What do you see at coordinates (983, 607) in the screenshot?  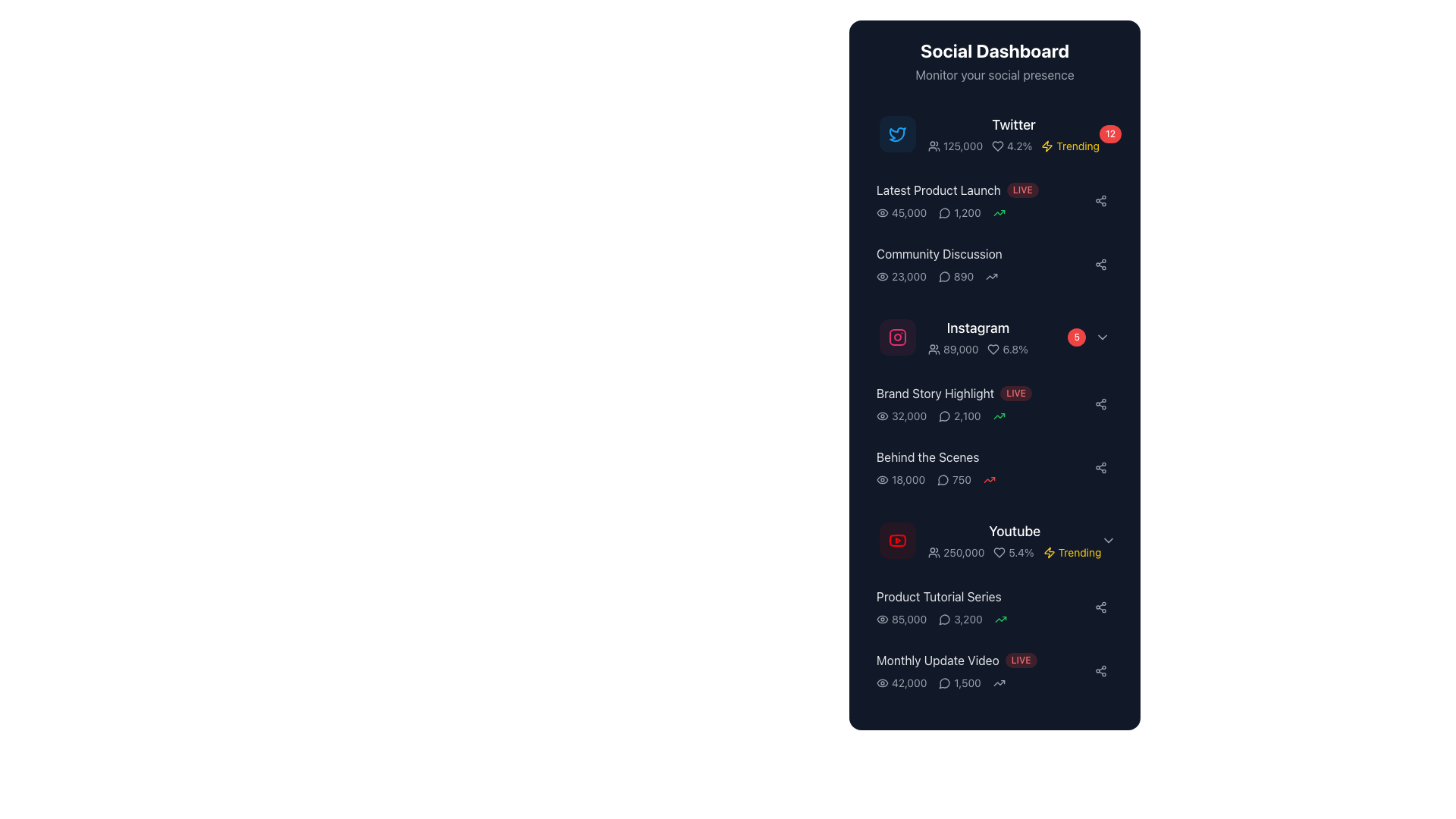 I see `the composite UI component displaying 'Product Tutorial Series' with numerical values '85,000' and '3,200', located in the lower part of the dark-themed dashboard` at bounding box center [983, 607].